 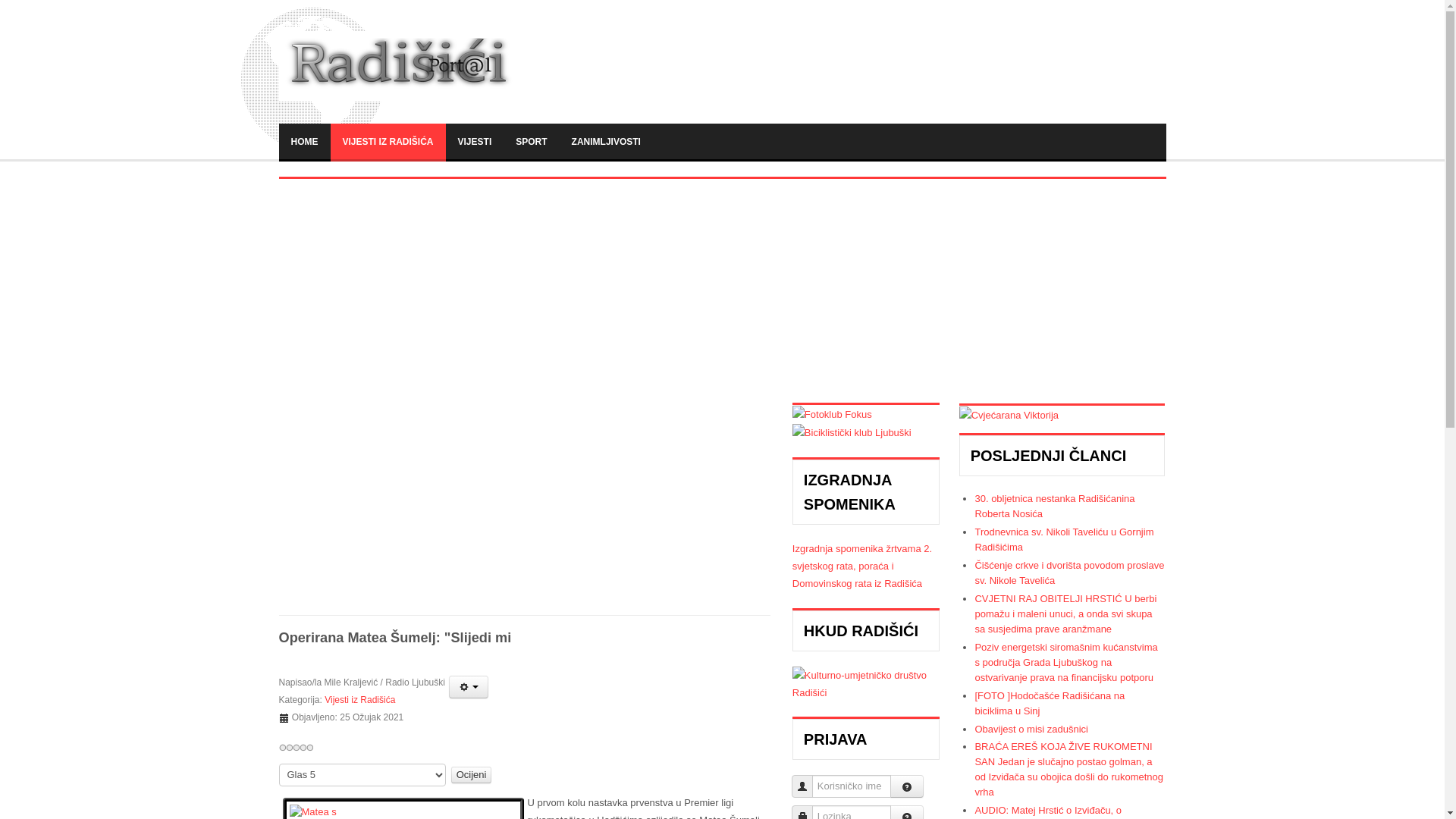 What do you see at coordinates (471, 775) in the screenshot?
I see `'Ocijeni'` at bounding box center [471, 775].